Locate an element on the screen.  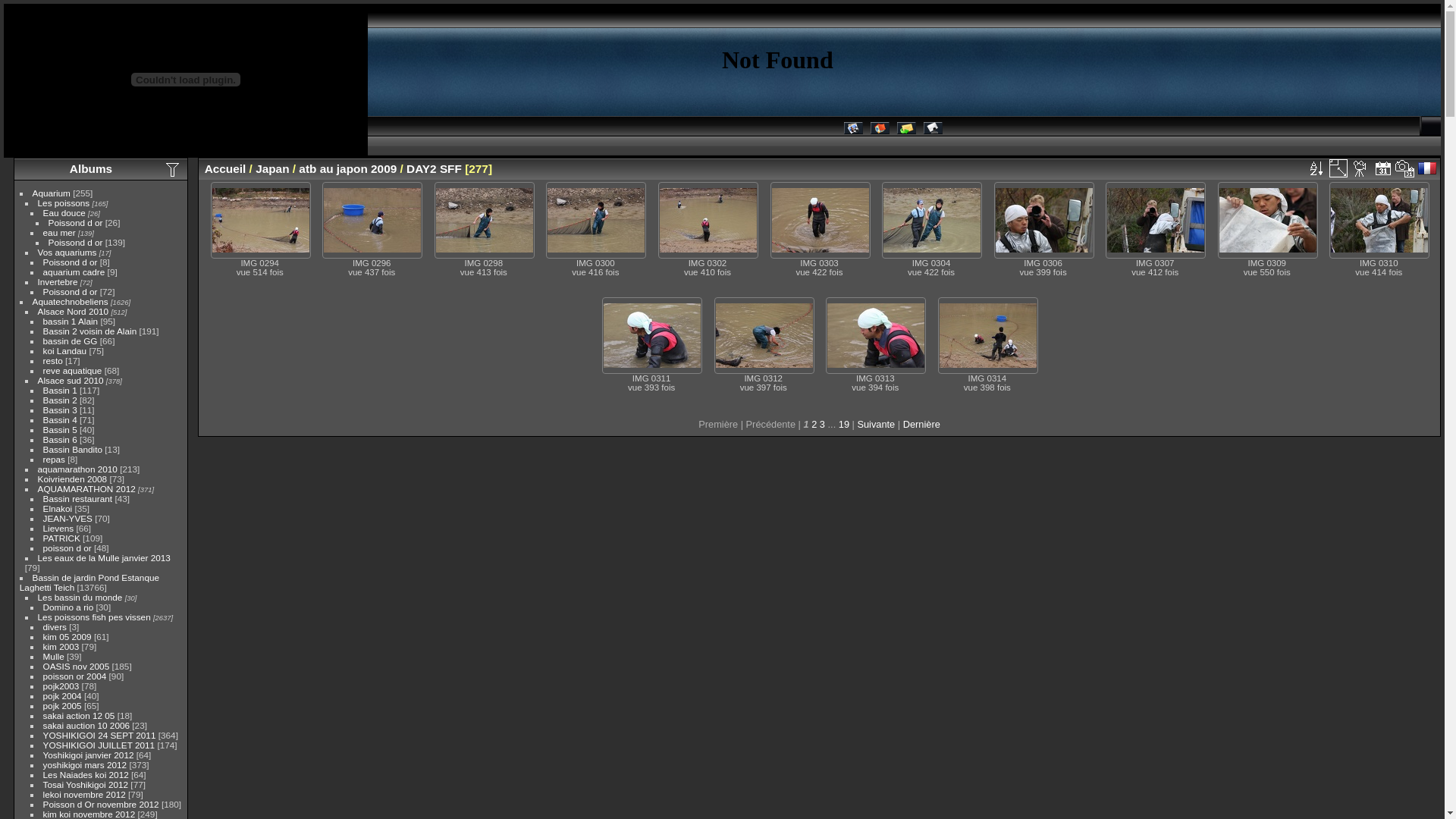
'Bassin 4' is located at coordinates (60, 419).